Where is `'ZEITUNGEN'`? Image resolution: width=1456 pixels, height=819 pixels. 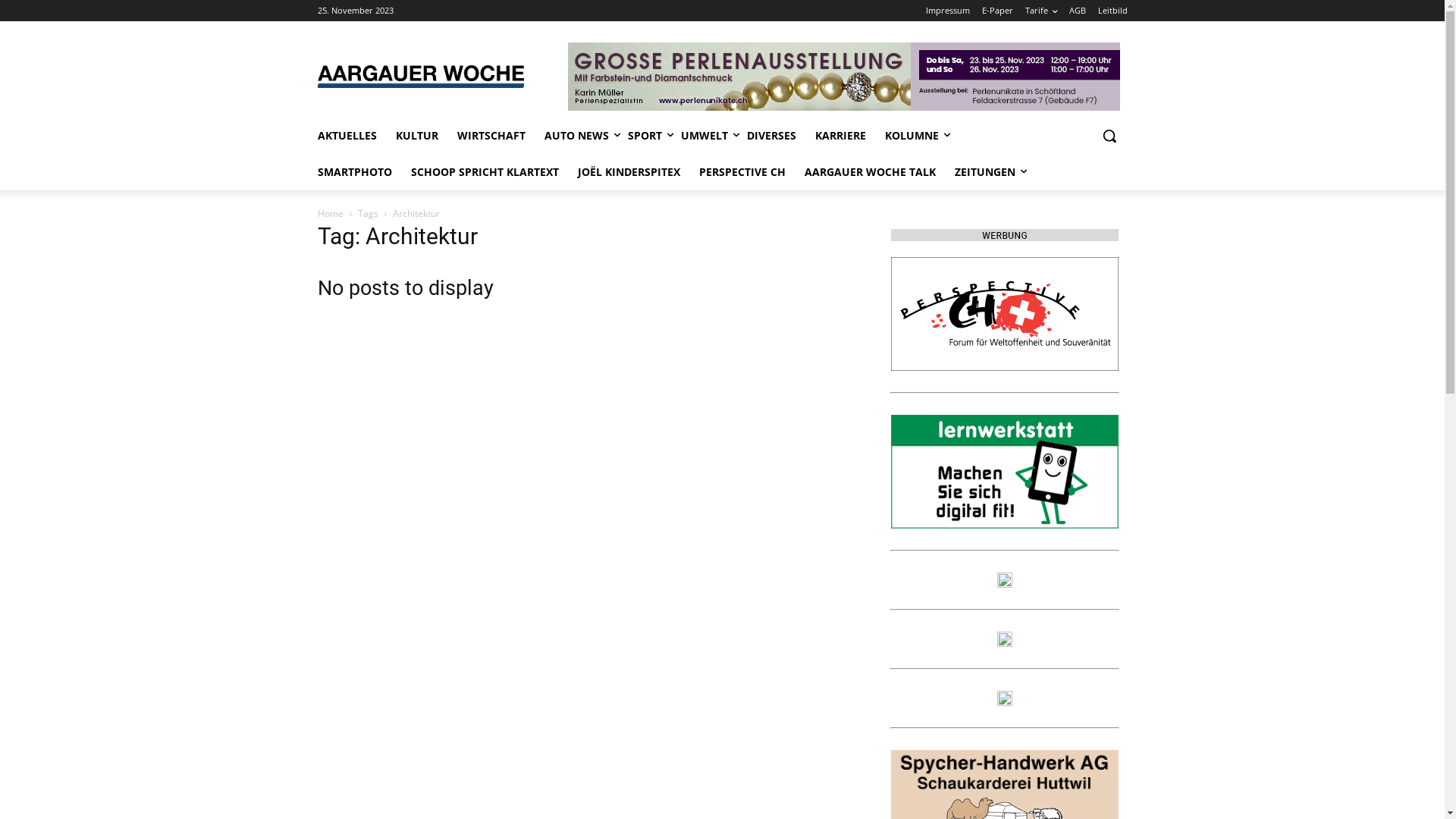 'ZEITUNGEN' is located at coordinates (984, 171).